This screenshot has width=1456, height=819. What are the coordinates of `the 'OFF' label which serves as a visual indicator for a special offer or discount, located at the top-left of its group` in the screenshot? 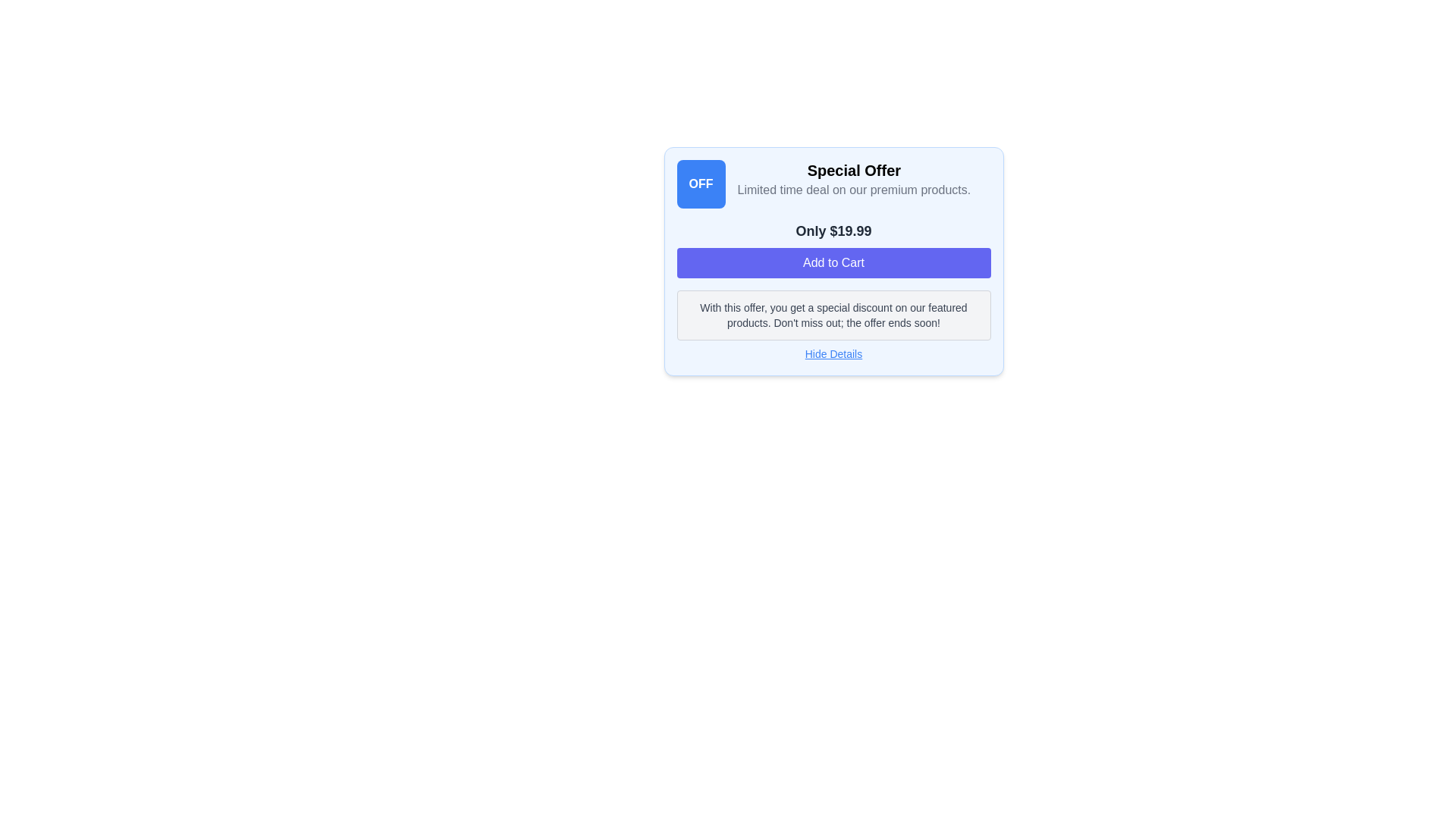 It's located at (700, 184).